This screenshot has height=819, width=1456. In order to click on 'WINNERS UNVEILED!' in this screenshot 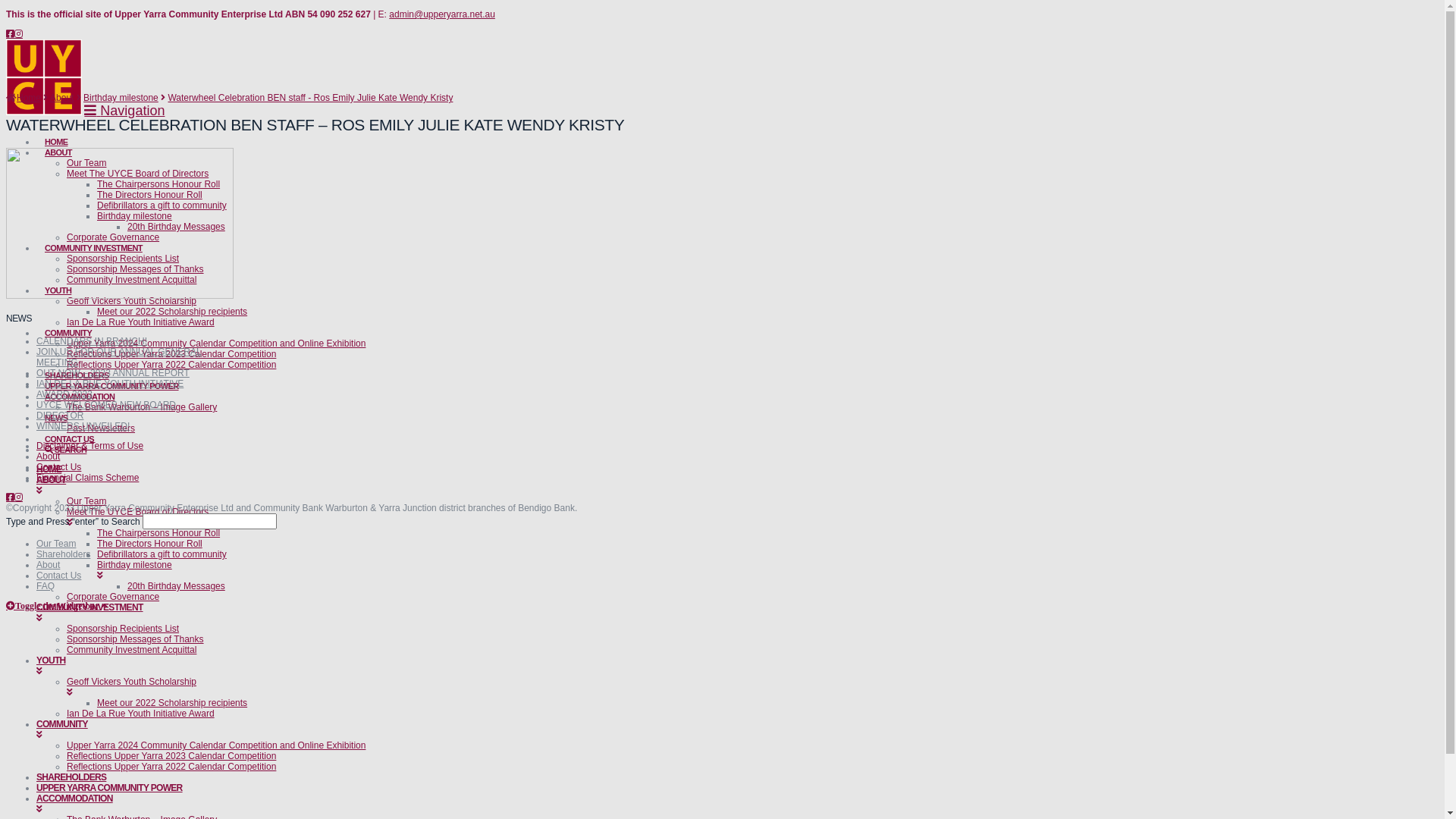, I will do `click(82, 426)`.